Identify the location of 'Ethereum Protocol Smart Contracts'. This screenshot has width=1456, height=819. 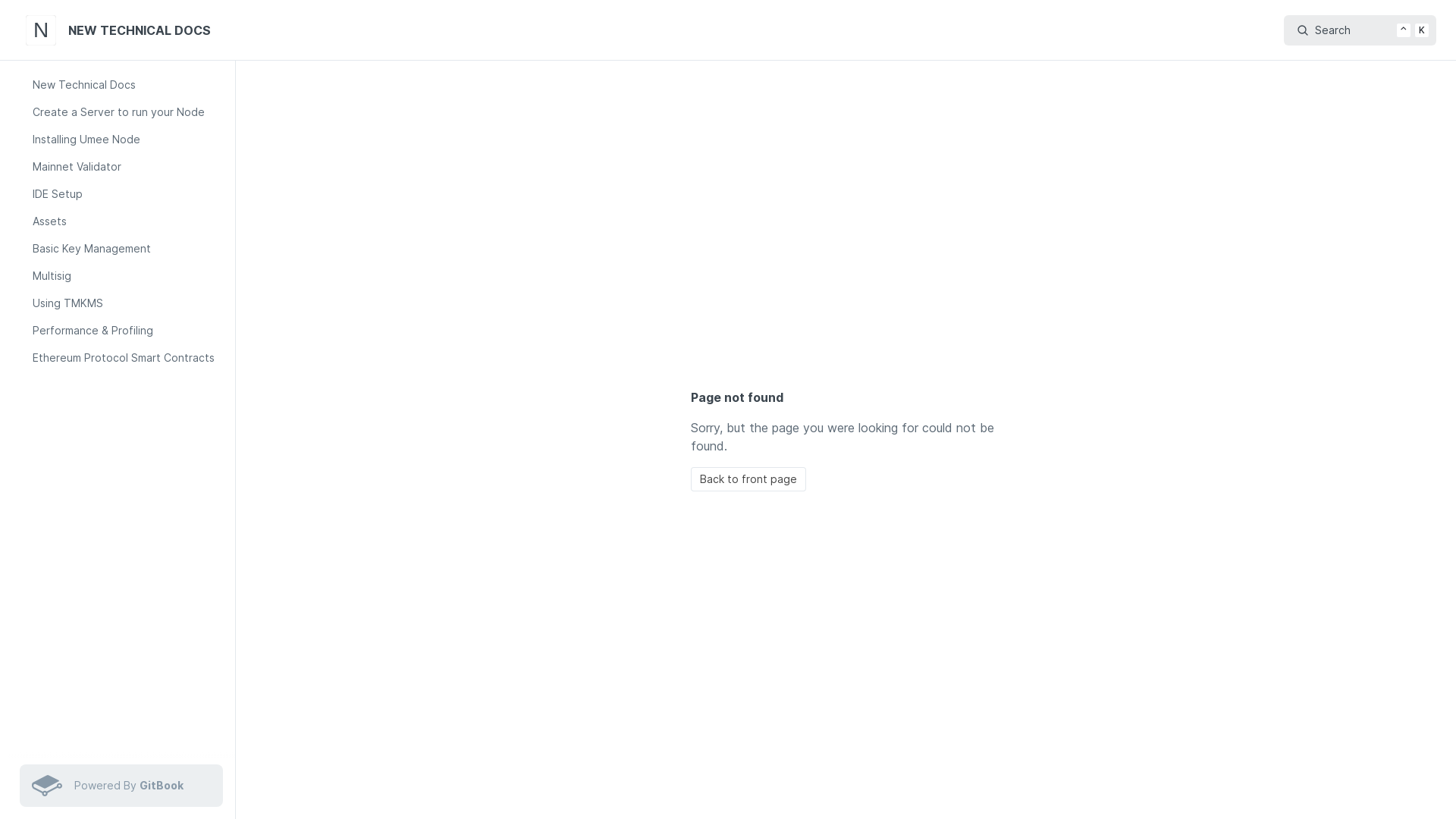
(127, 357).